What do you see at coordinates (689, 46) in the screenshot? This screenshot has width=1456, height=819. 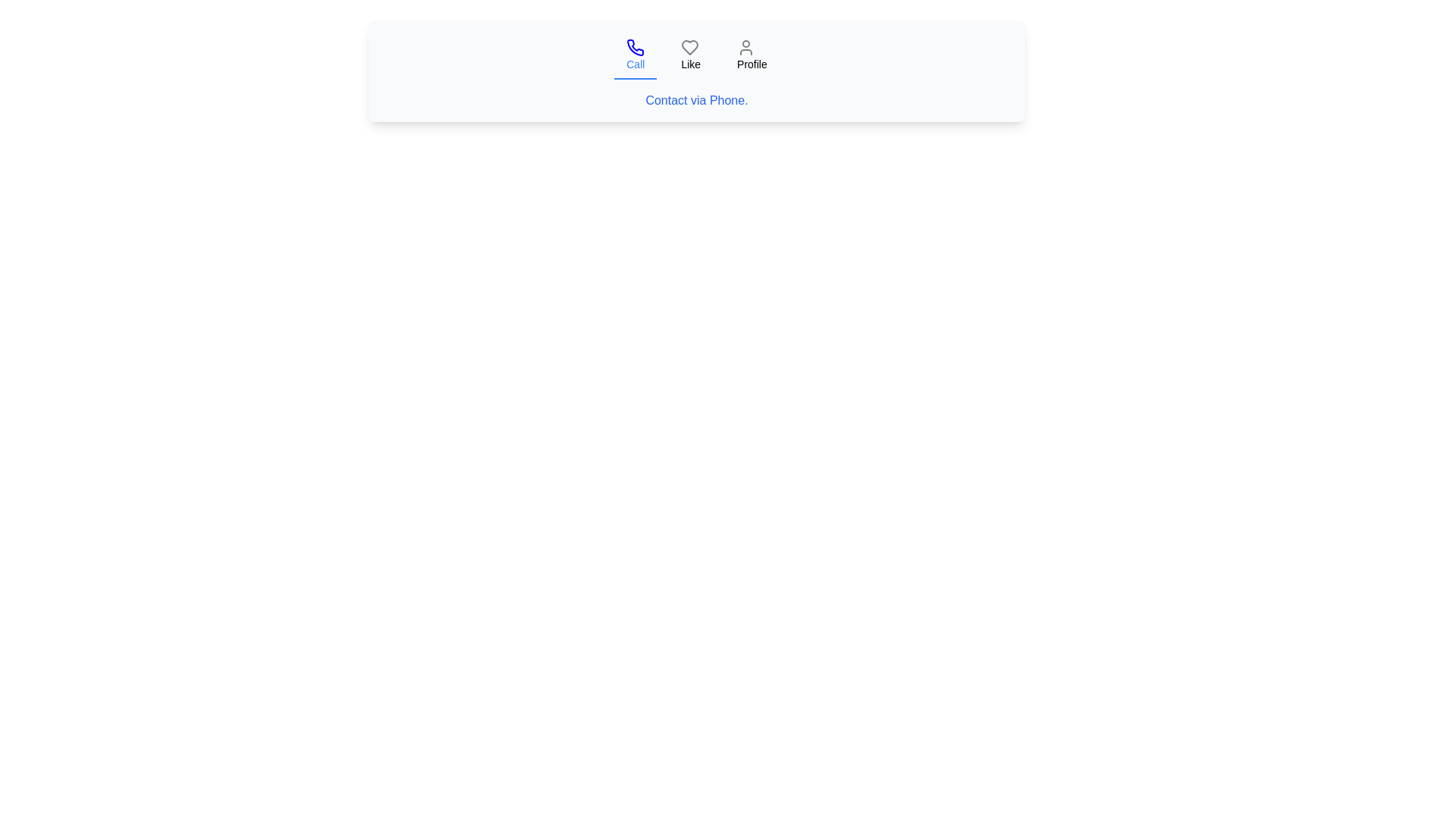 I see `the outlined heart shape icon with a gray stroke that is located adjacent to the 'Like' text in the navigation bar` at bounding box center [689, 46].